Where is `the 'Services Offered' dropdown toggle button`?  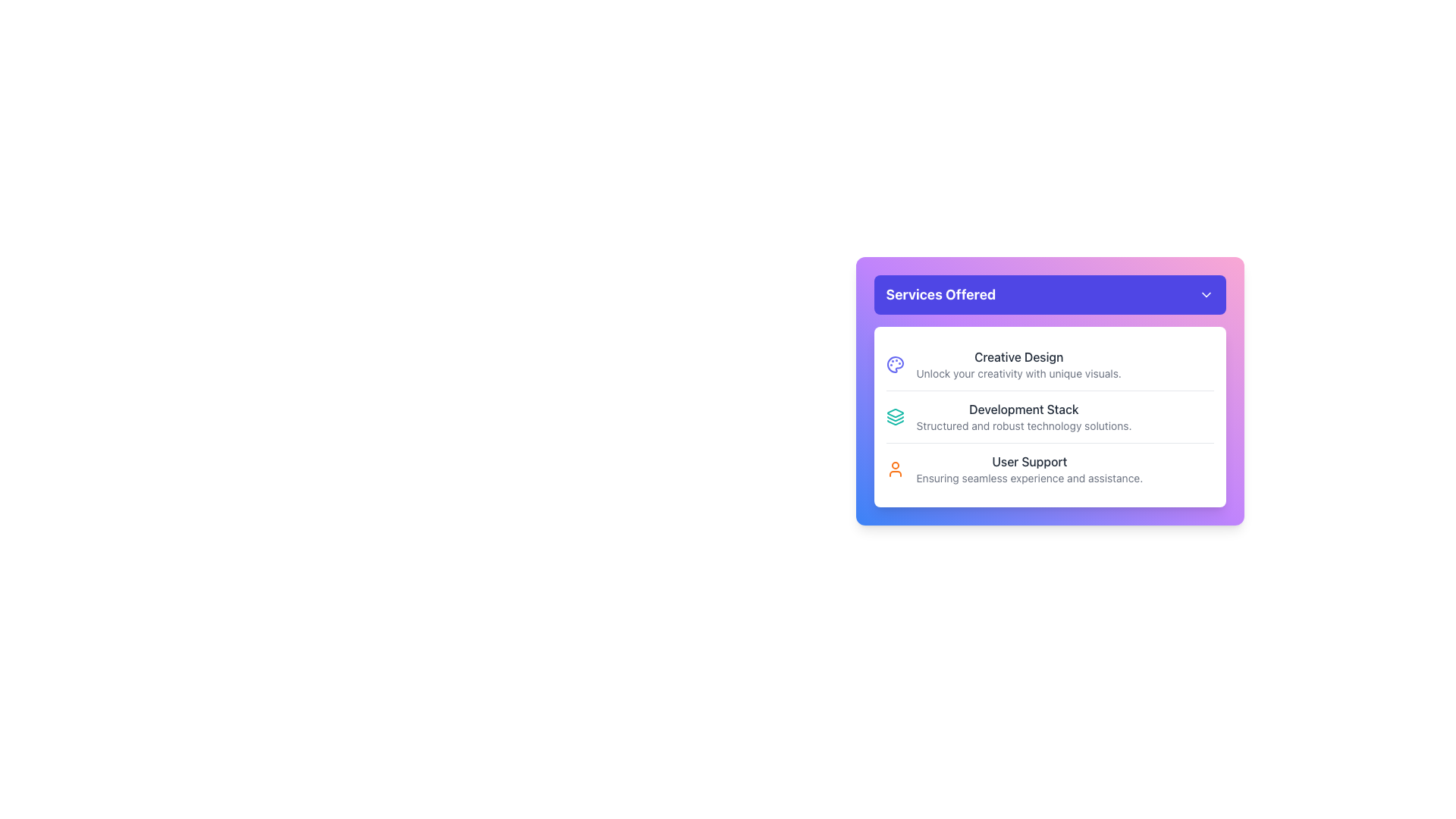
the 'Services Offered' dropdown toggle button is located at coordinates (1049, 295).